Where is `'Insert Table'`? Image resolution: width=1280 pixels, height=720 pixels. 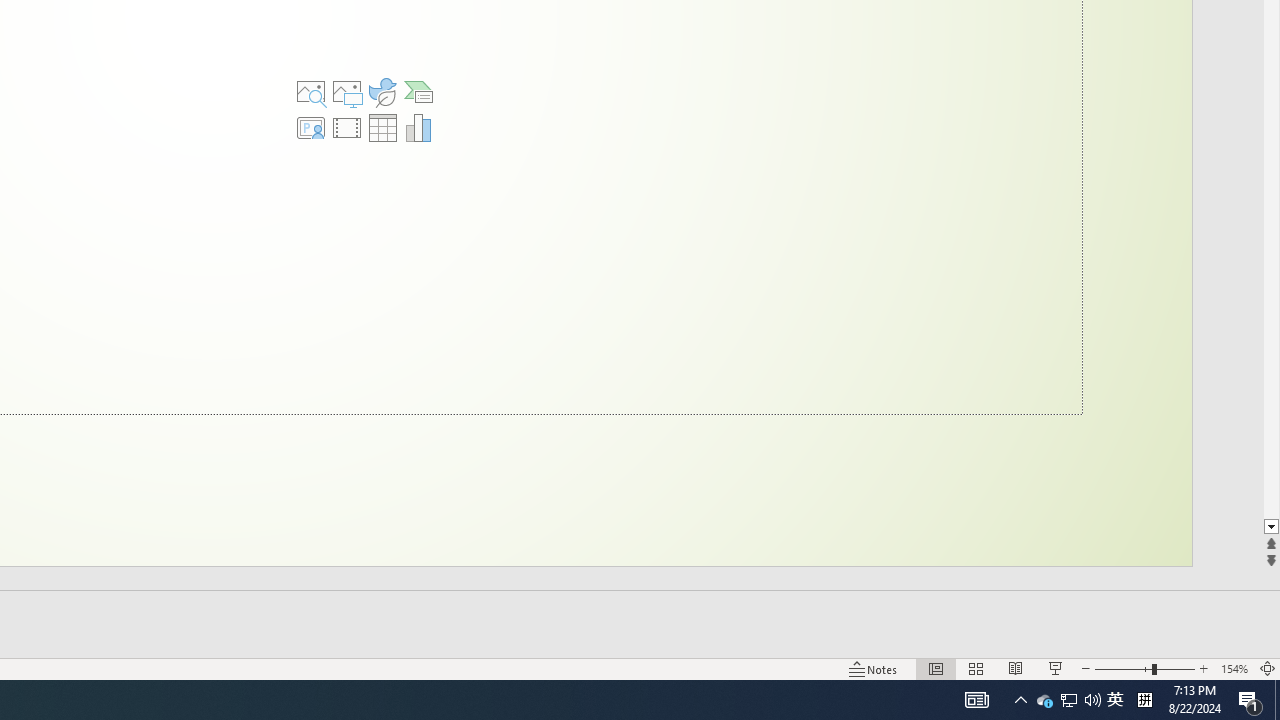 'Insert Table' is located at coordinates (383, 128).